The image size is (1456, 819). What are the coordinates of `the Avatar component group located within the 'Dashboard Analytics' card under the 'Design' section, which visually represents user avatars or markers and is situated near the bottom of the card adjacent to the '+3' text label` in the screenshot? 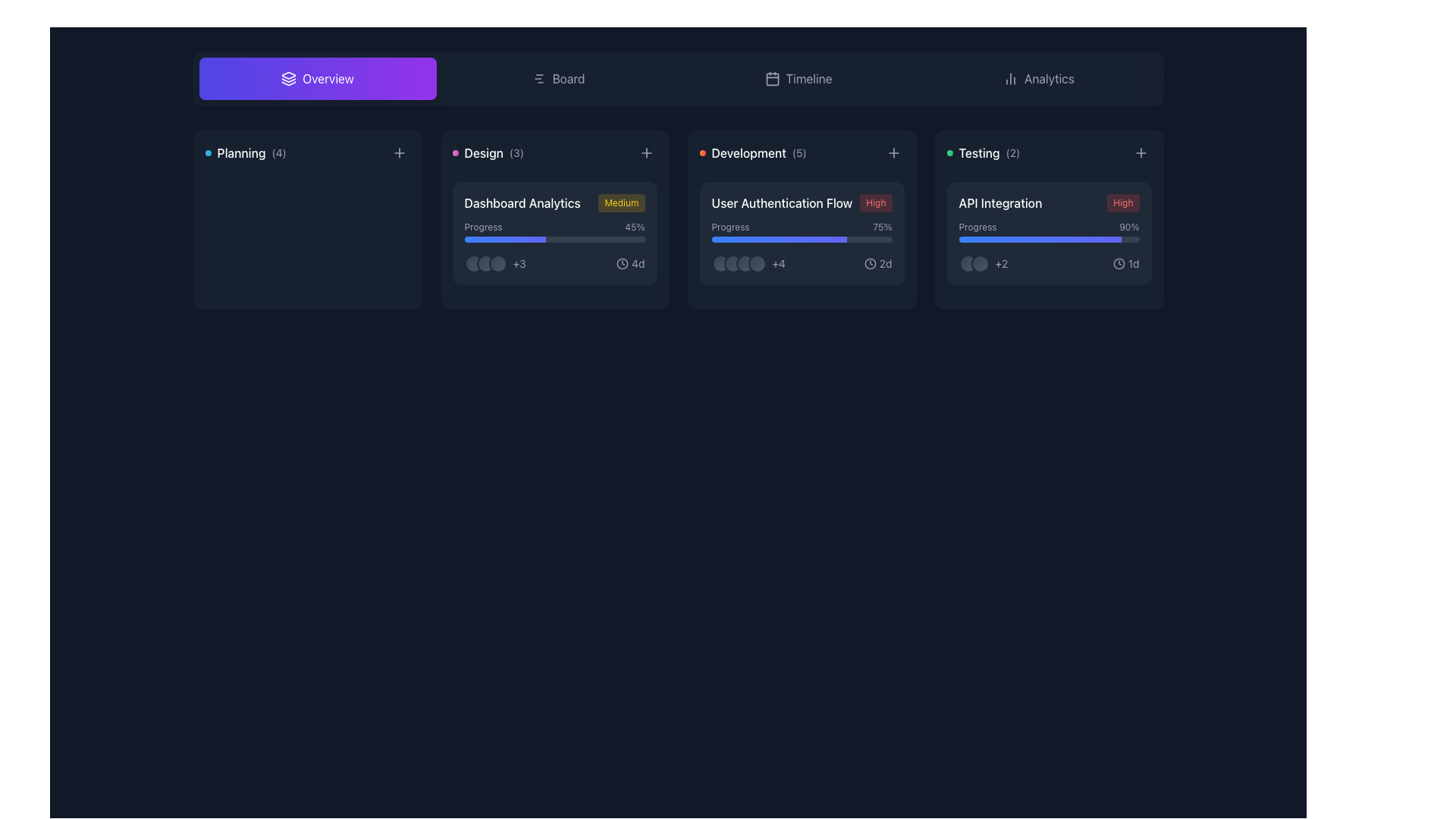 It's located at (485, 262).